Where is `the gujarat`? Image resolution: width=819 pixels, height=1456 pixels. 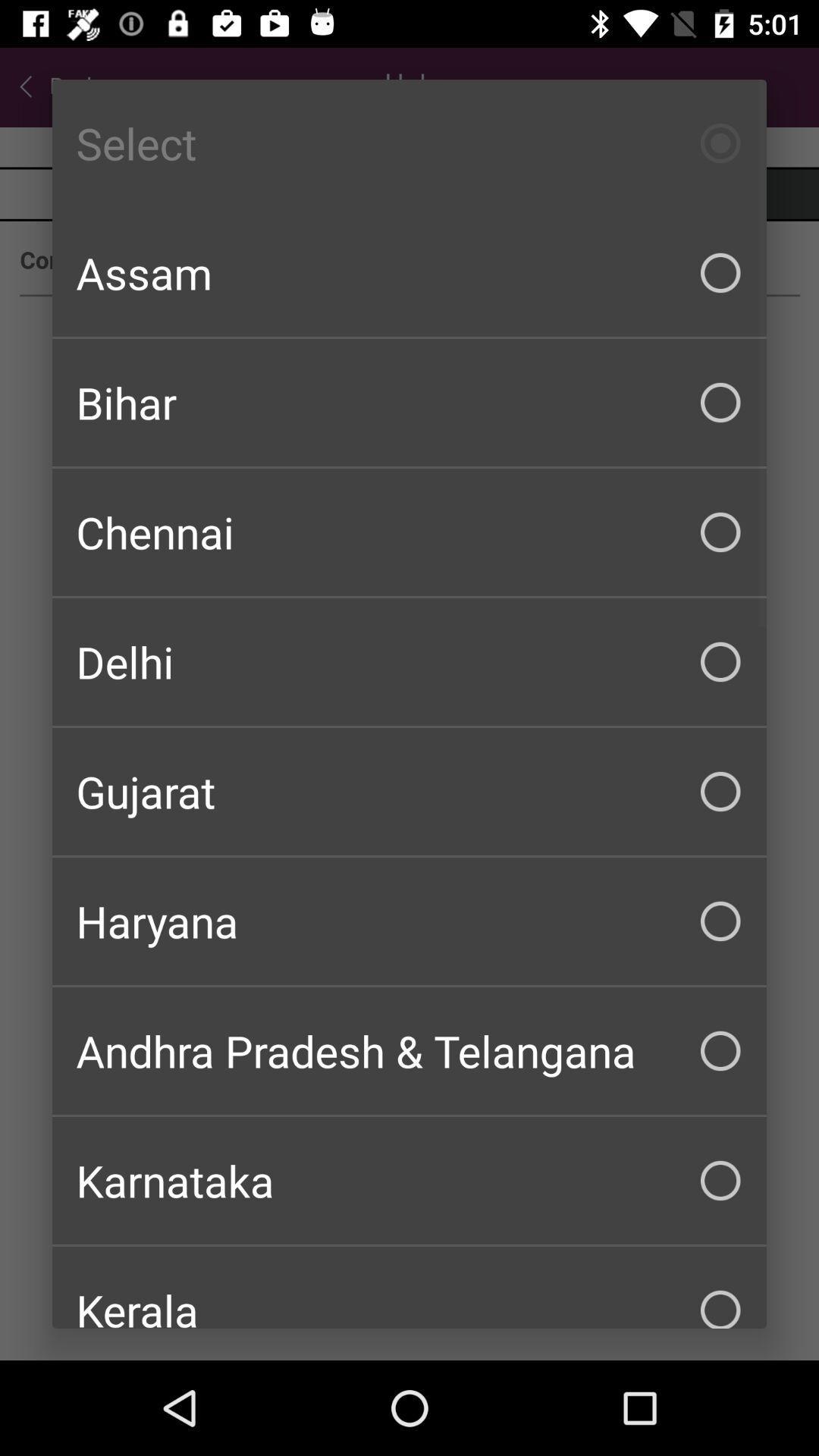
the gujarat is located at coordinates (409, 790).